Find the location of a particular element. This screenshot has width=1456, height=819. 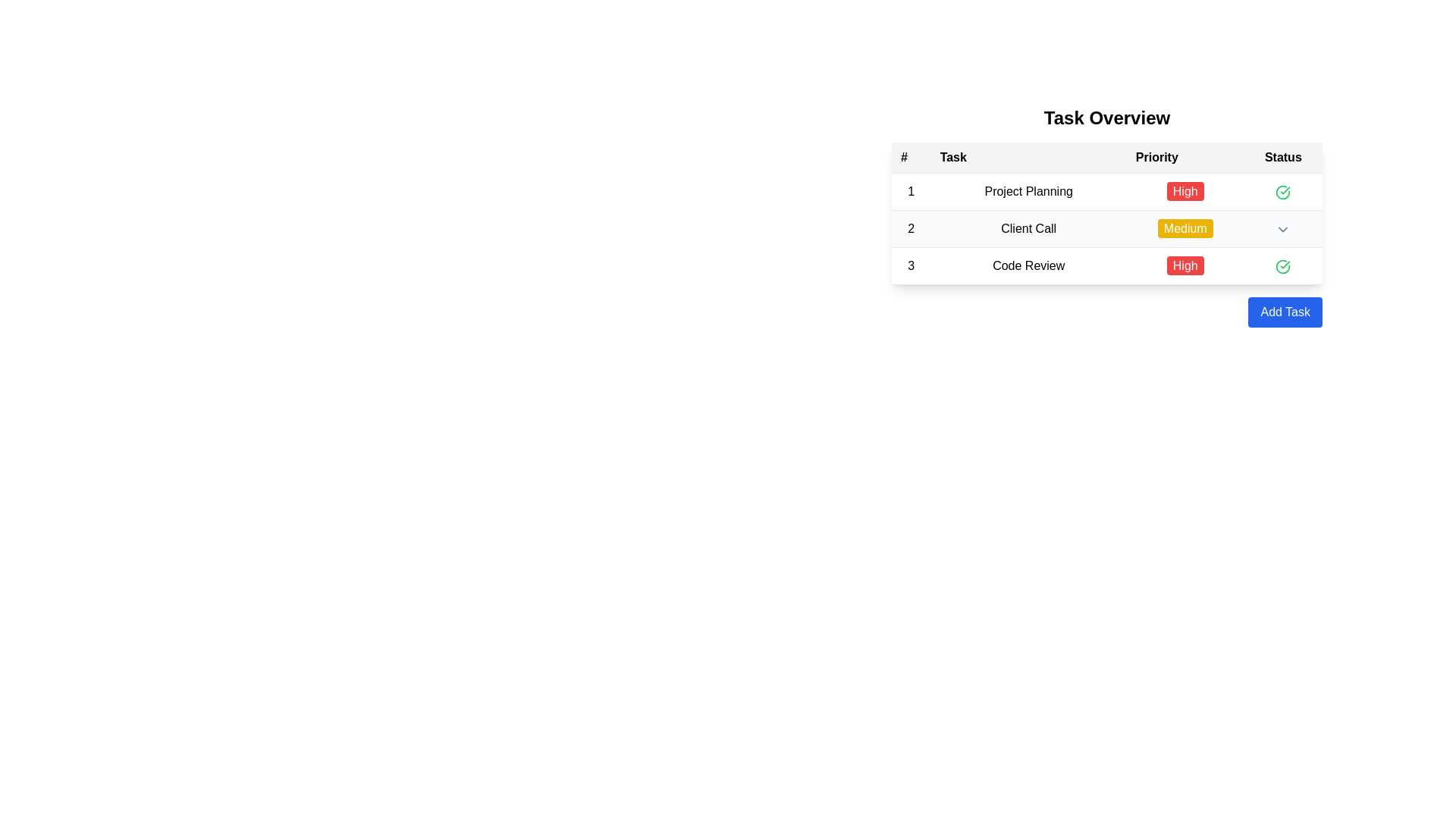

the high-priority status label located in the 'Priority' column of the first row in the 'Task Overview' table, positioned between the 'Task' and 'Status' columns is located at coordinates (1185, 190).